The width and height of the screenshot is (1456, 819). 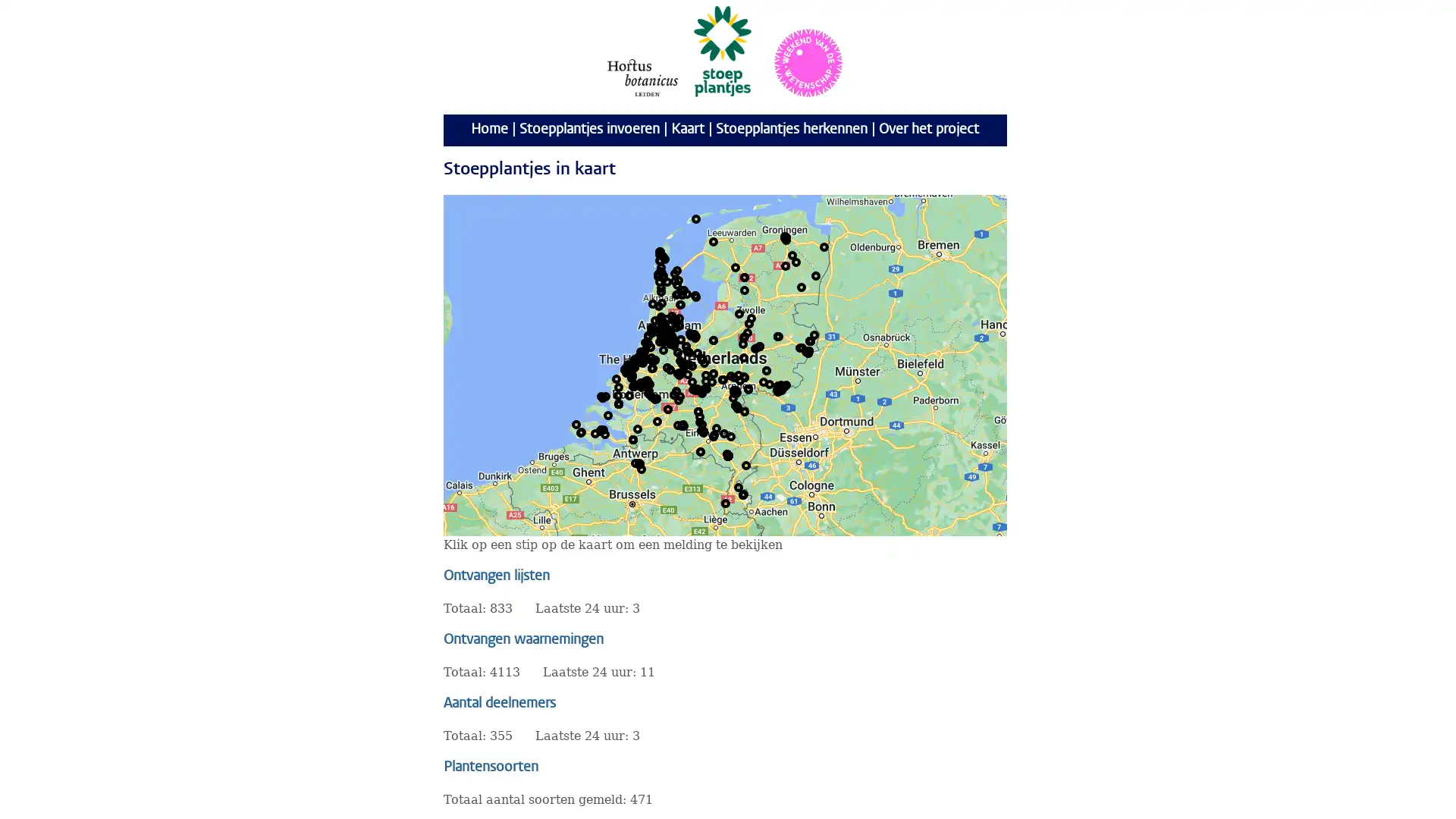 What do you see at coordinates (683, 425) in the screenshot?
I see `Telling van Milja op 16 juni 2022` at bounding box center [683, 425].